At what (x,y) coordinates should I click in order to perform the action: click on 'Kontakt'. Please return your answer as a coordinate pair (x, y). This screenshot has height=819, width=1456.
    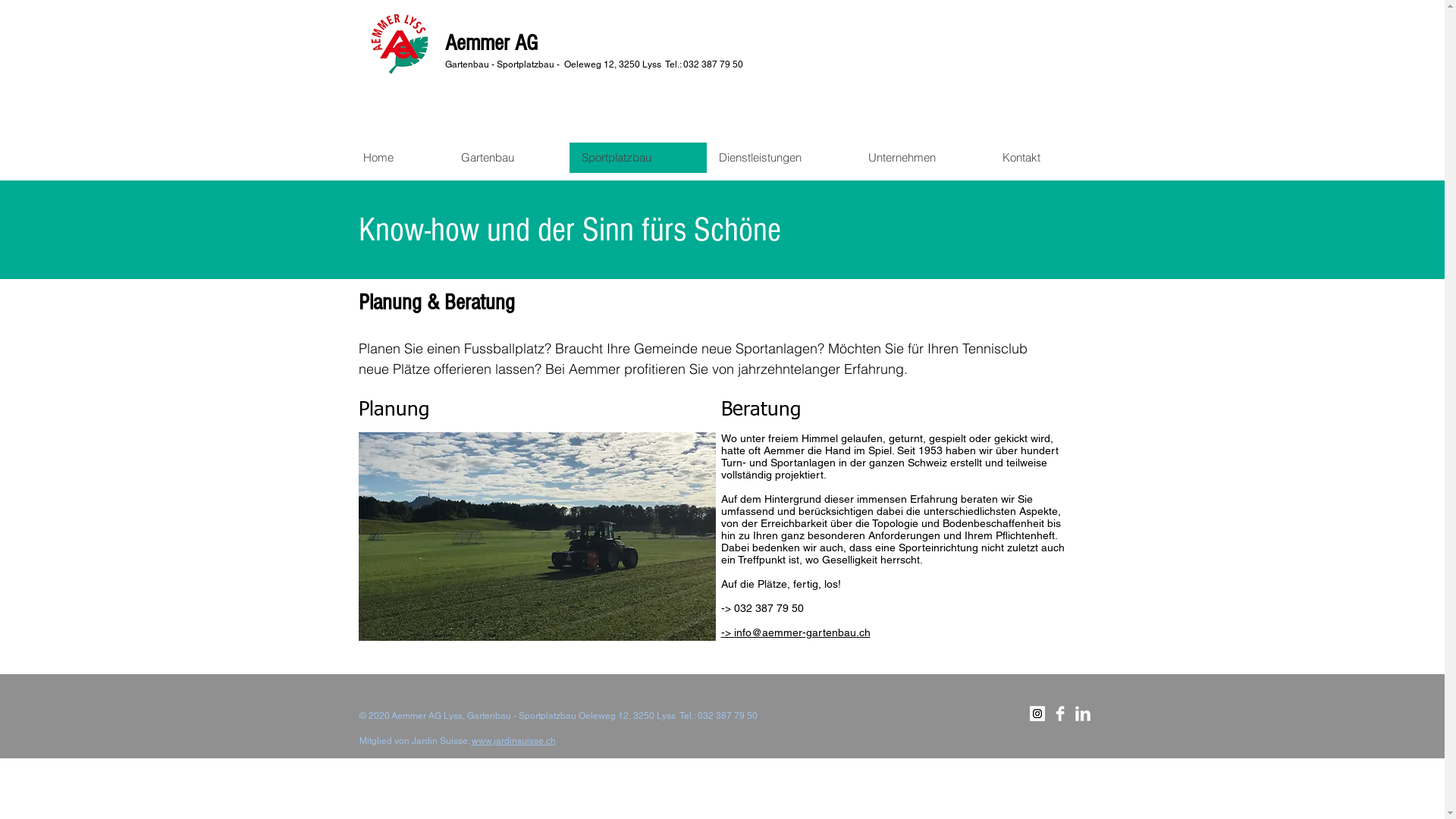
    Looking at the image, I should click on (1041, 158).